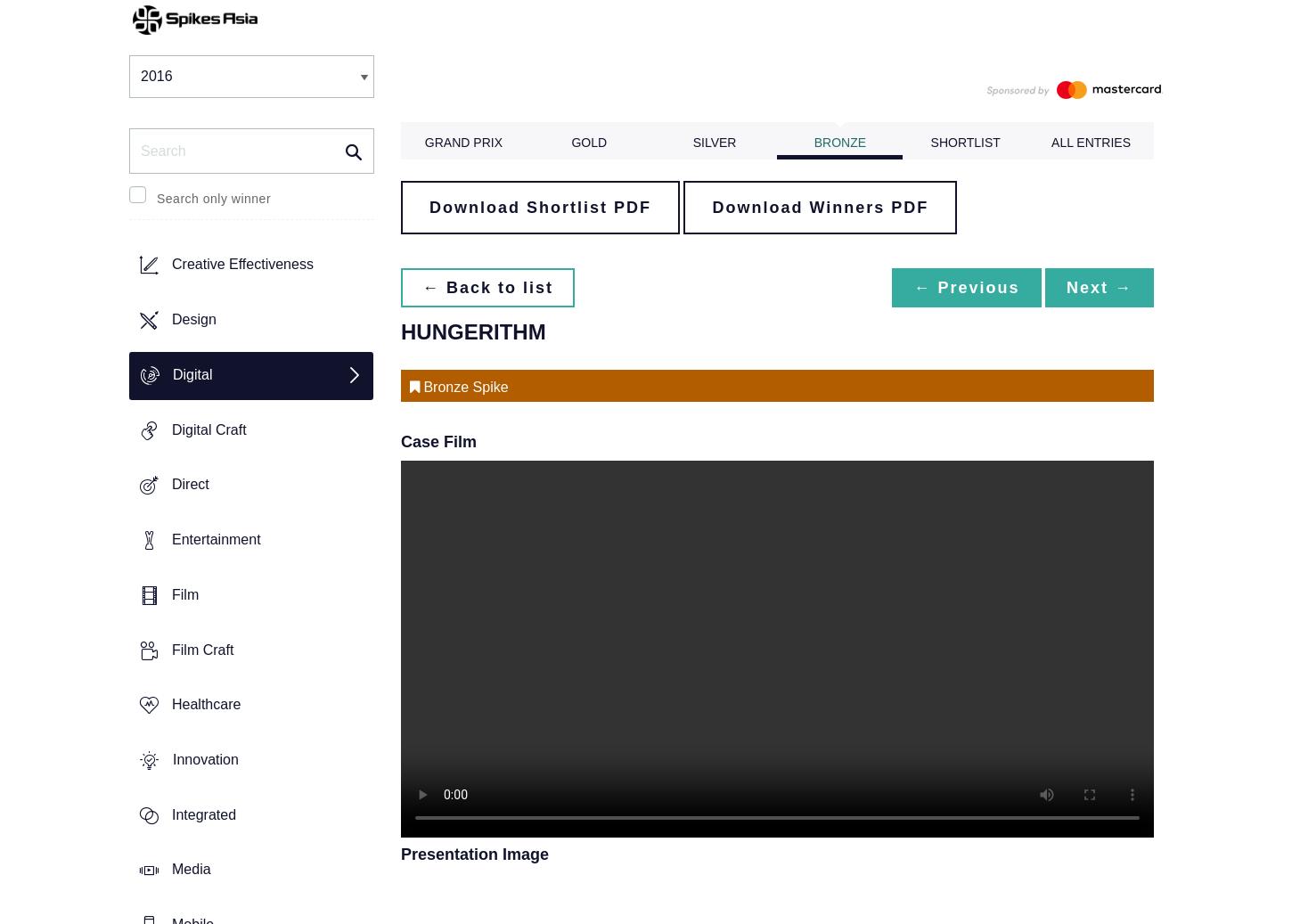 The width and height of the screenshot is (1292, 924). What do you see at coordinates (216, 539) in the screenshot?
I see `'Entertainment'` at bounding box center [216, 539].